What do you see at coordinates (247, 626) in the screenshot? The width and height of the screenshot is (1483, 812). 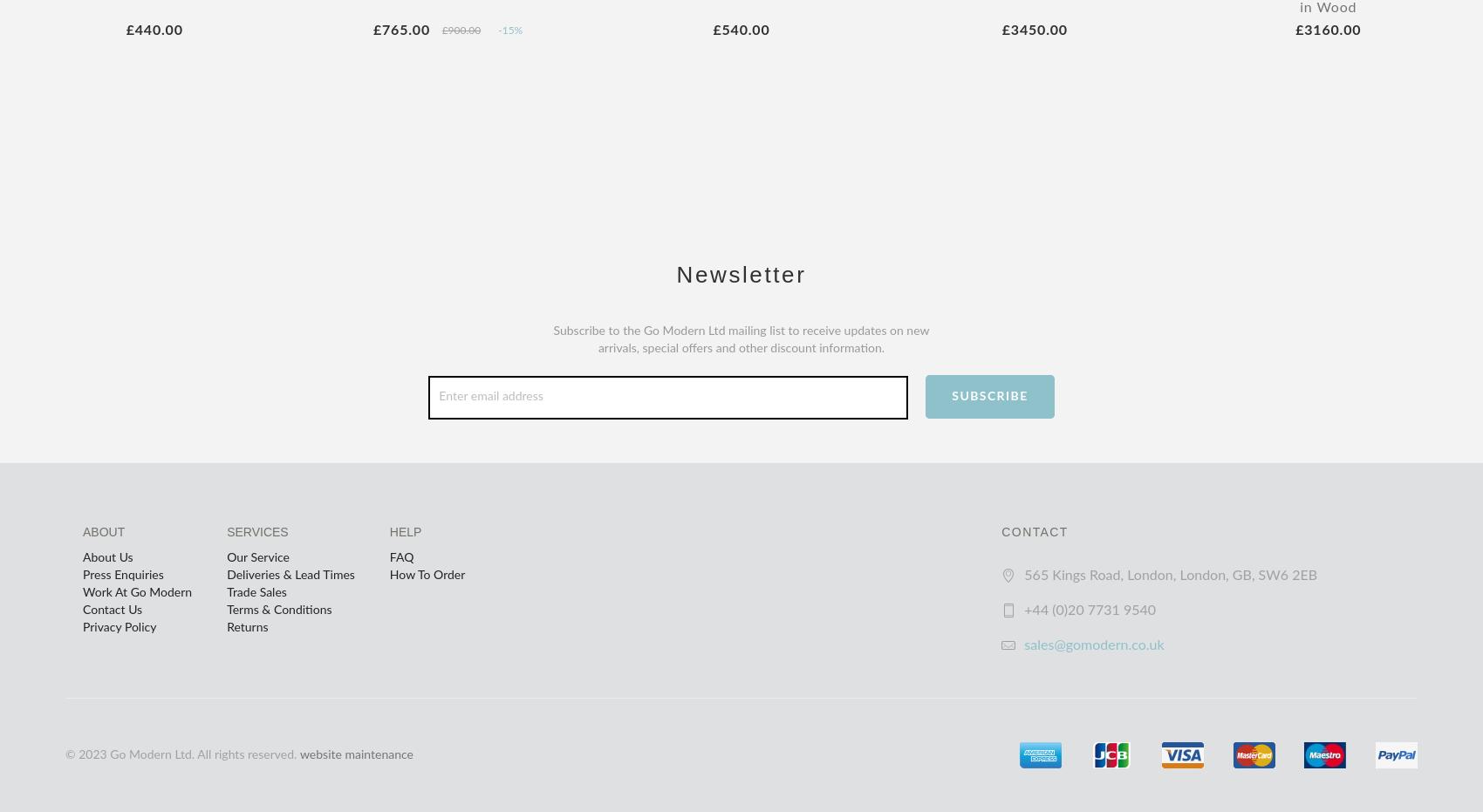 I see `'Returns'` at bounding box center [247, 626].